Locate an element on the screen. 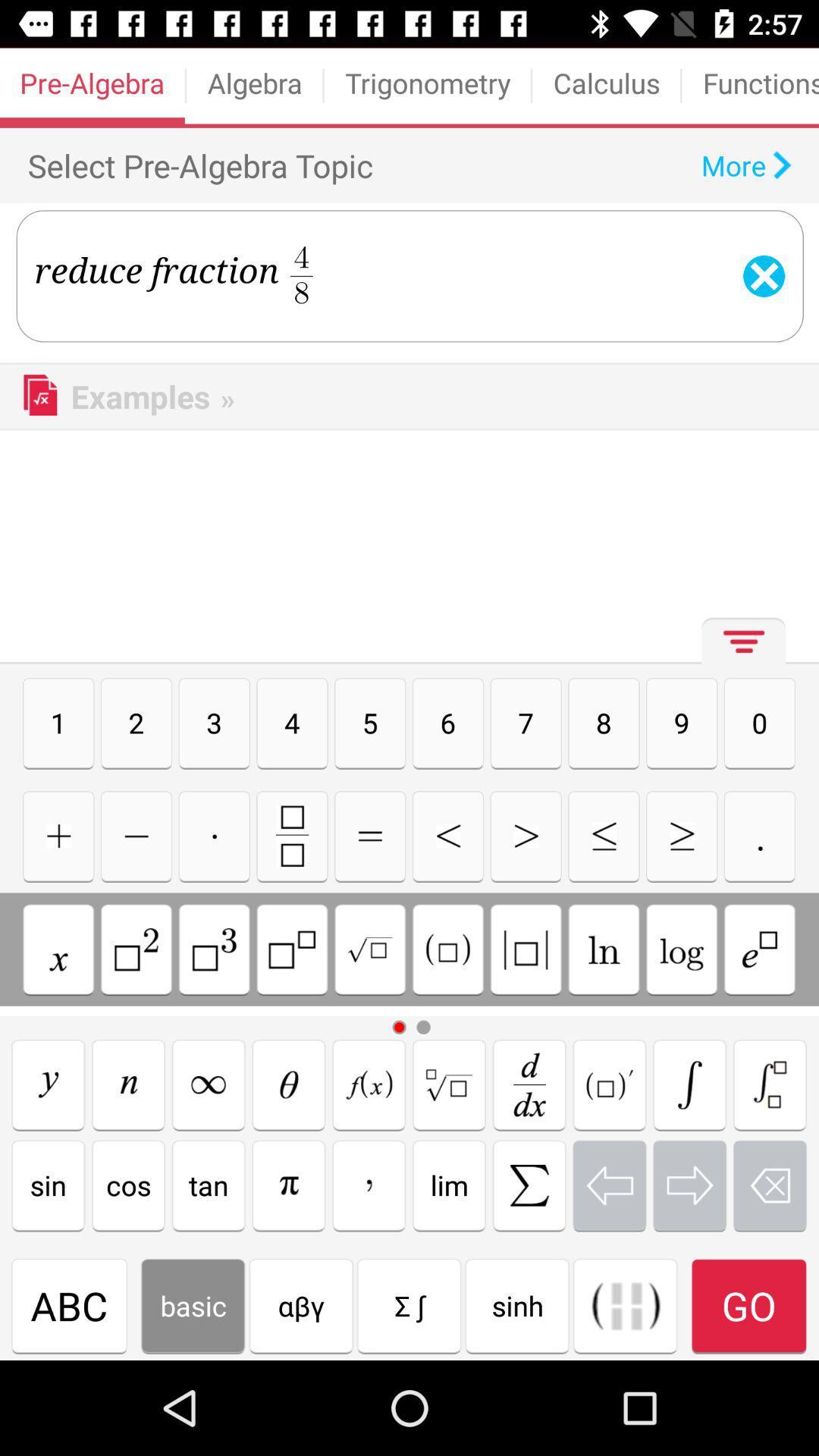 This screenshot has width=819, height=1456. y is located at coordinates (47, 1084).